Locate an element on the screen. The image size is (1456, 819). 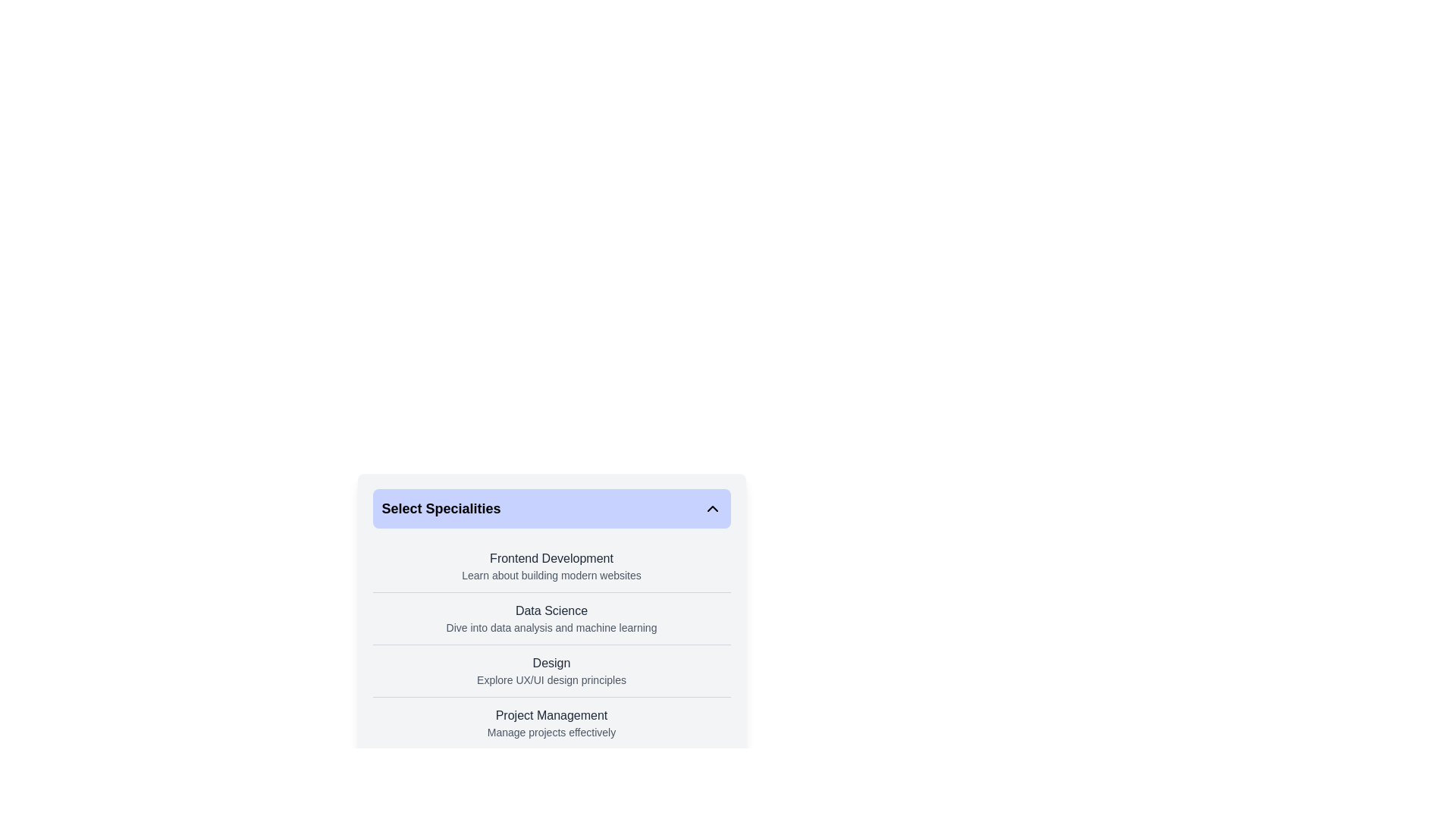
the 'Data Science' specialty option, which is the second item in the list of selectable specialties located between 'Frontend Development' and 'Design' is located at coordinates (551, 634).